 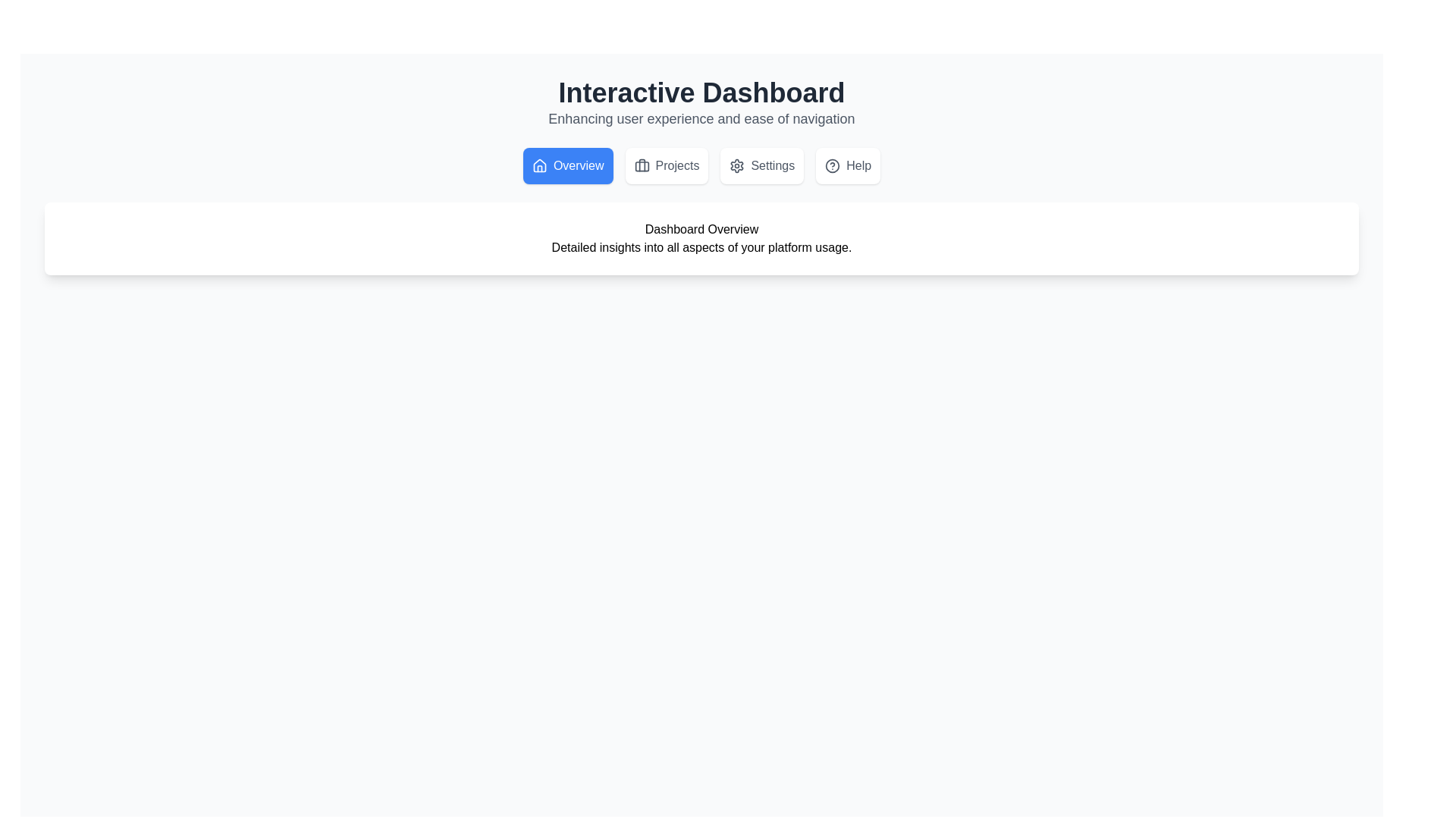 I want to click on the settings button located in the navigation bar under the header 'Interactive Dashboard', so click(x=762, y=166).